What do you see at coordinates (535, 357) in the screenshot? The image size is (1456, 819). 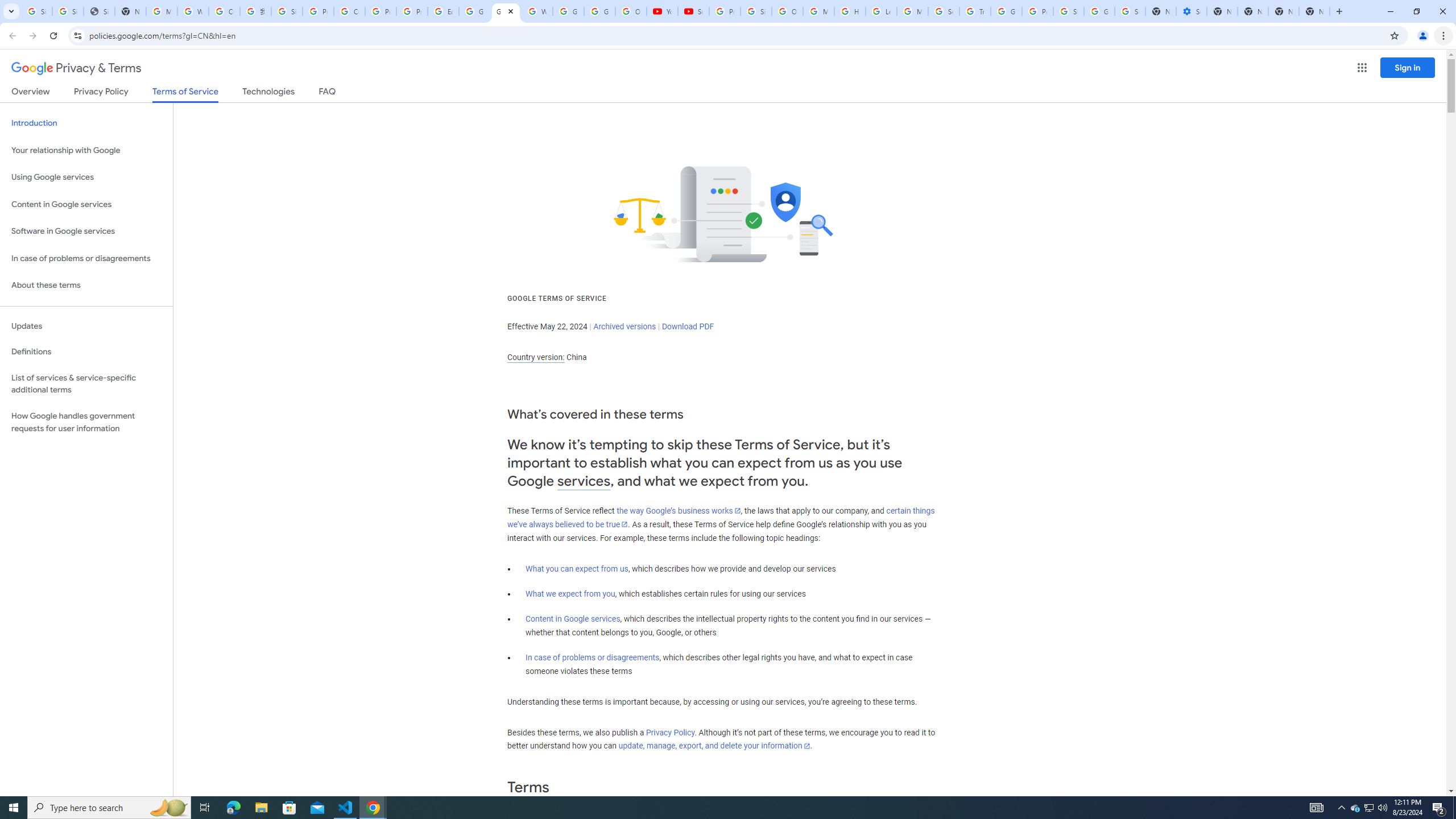 I see `'Country version:'` at bounding box center [535, 357].